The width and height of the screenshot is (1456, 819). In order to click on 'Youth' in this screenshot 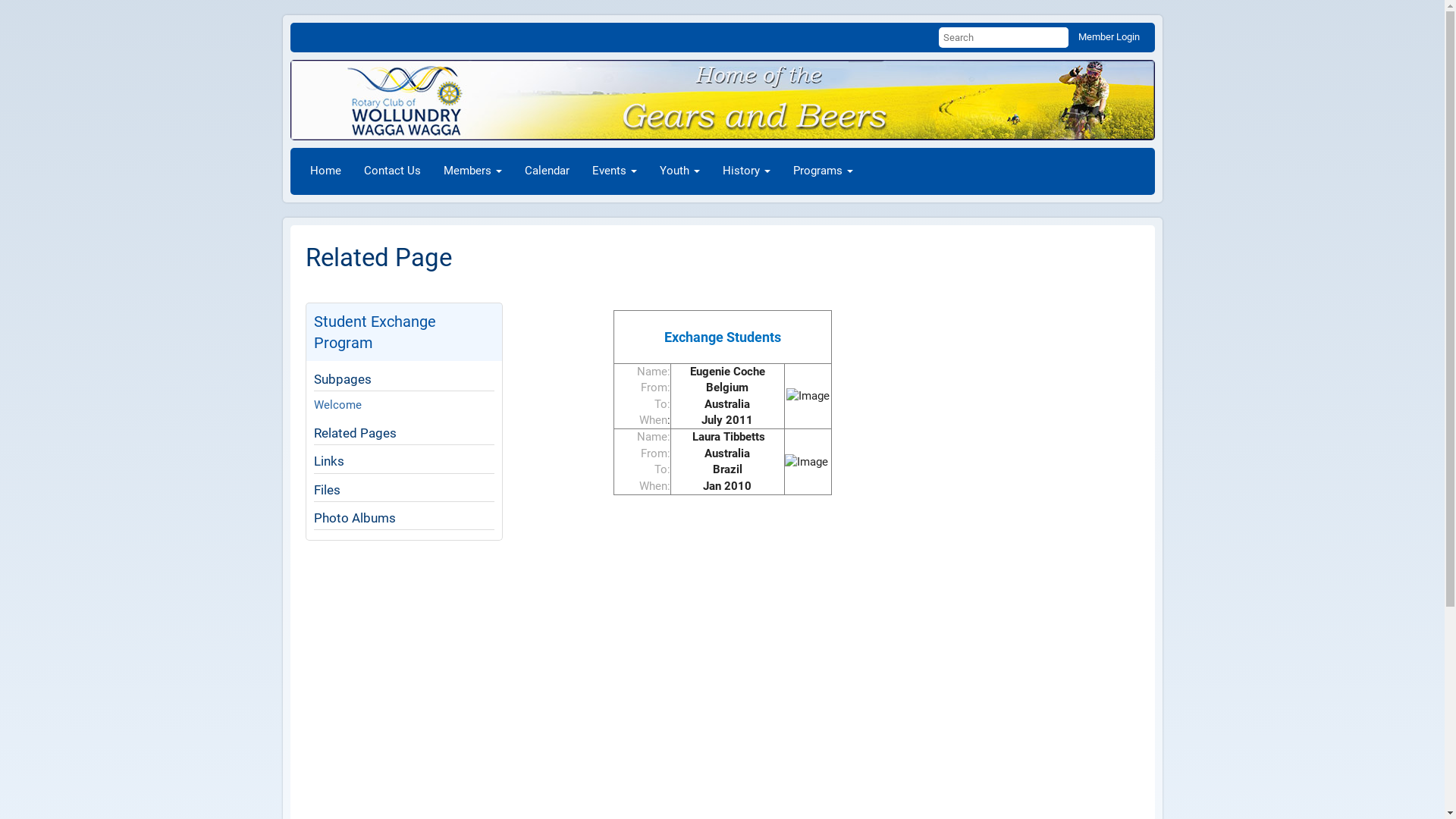, I will do `click(678, 171)`.